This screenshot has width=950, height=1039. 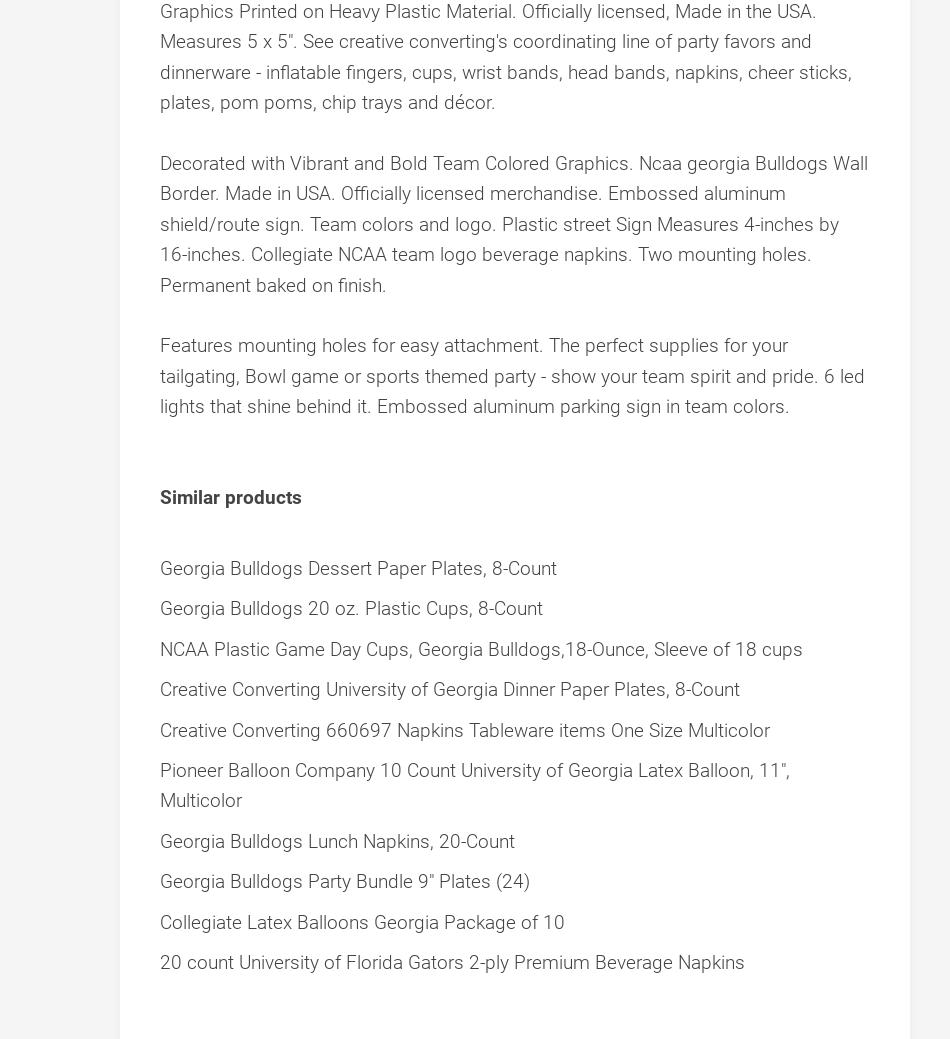 What do you see at coordinates (475, 784) in the screenshot?
I see `'Pioneer Balloon Company 10 Count University of Georgia Latex Balloon, 11", Multicolor'` at bounding box center [475, 784].